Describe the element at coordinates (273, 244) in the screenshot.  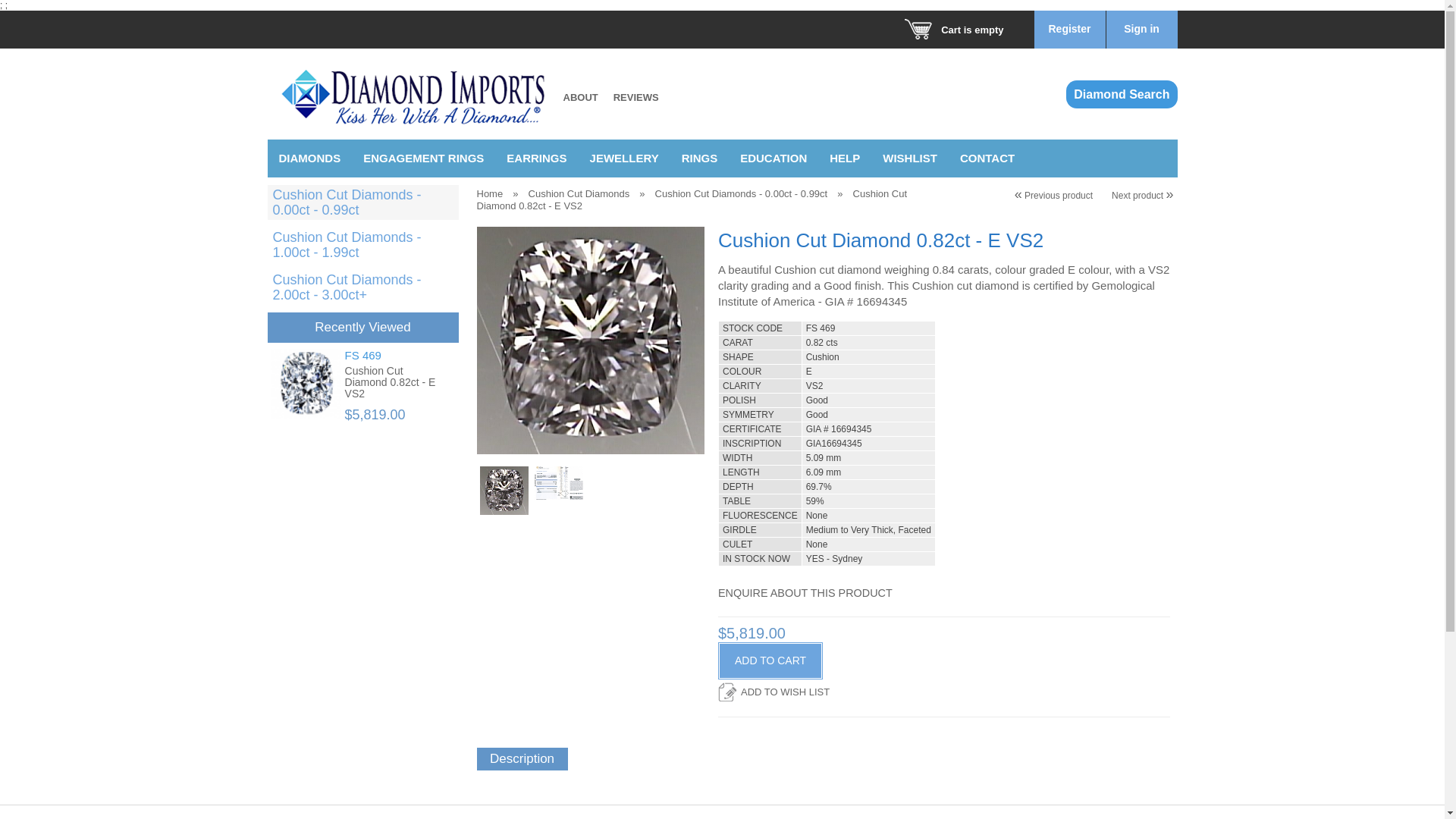
I see `'Cushion Cut Diamonds - 1.00ct - 1.99ct'` at that location.